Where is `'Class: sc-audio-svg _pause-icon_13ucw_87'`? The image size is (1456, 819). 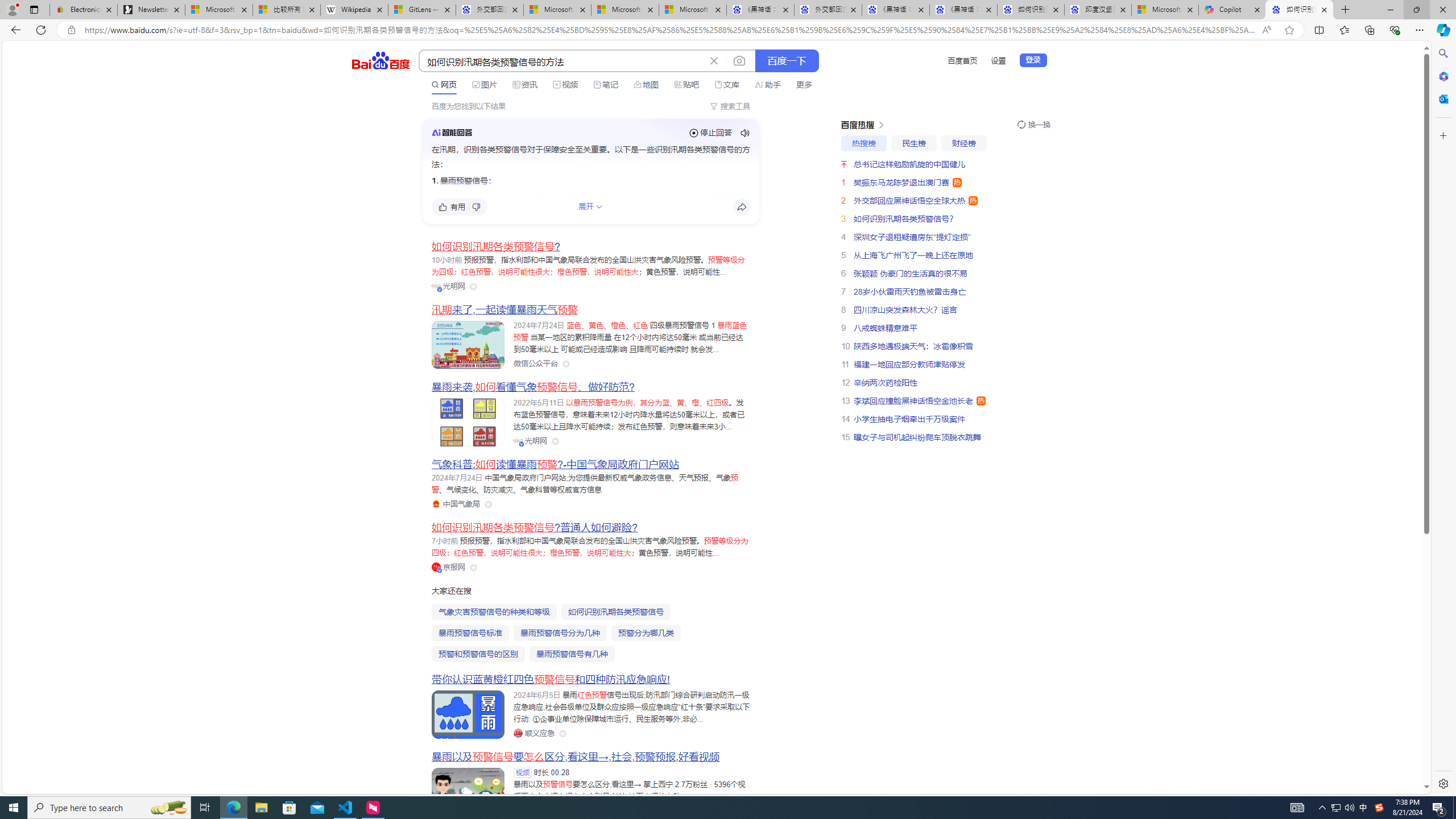 'Class: sc-audio-svg _pause-icon_13ucw_87' is located at coordinates (744, 133).